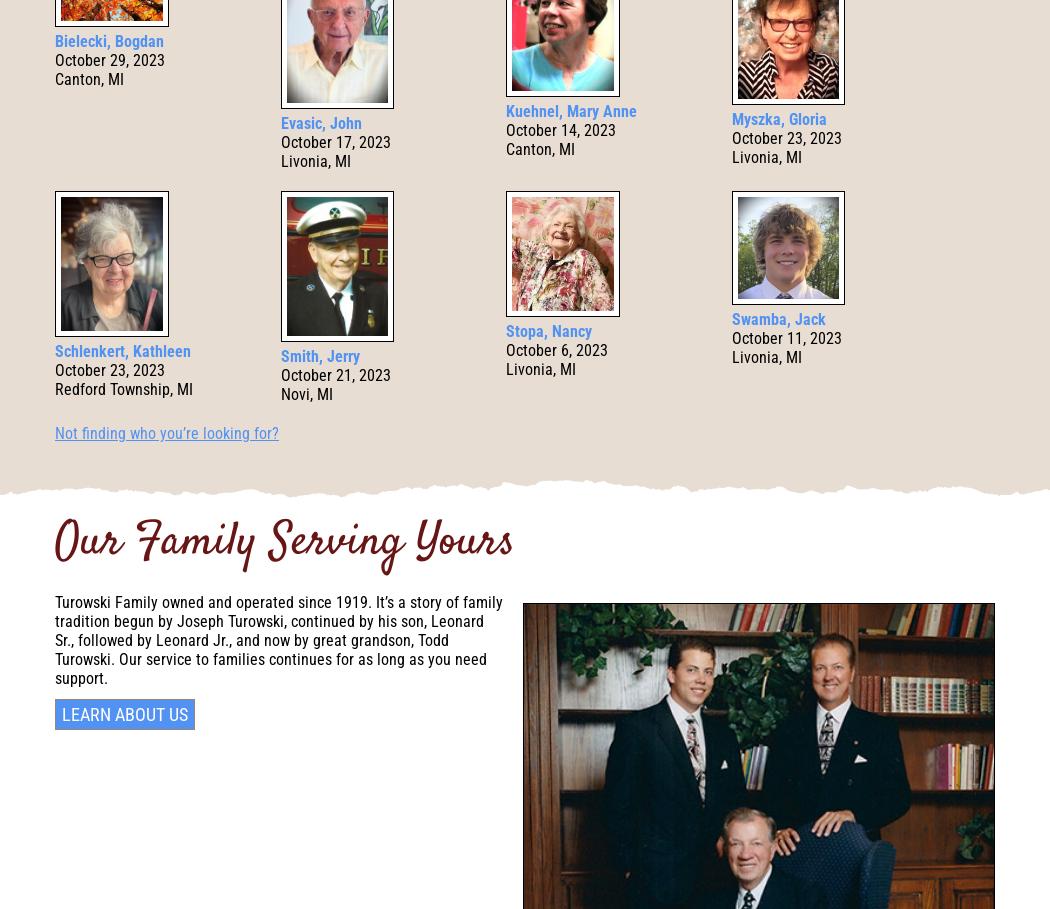 The image size is (1050, 909). Describe the element at coordinates (121, 350) in the screenshot. I see `'Schlenkert, Kathleen'` at that location.